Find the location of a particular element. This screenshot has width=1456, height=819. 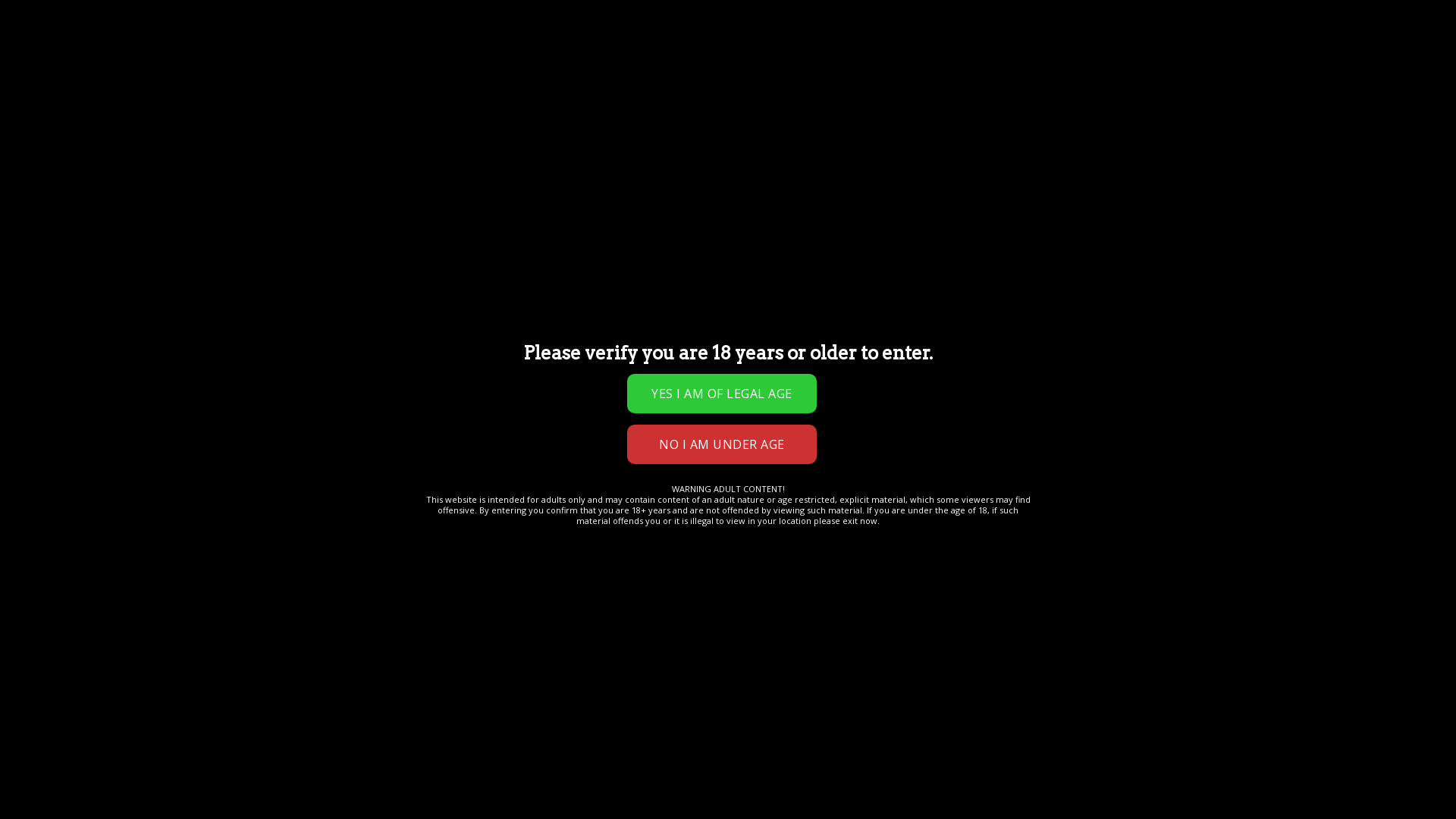

'WHOLESALE' is located at coordinates (552, 113).